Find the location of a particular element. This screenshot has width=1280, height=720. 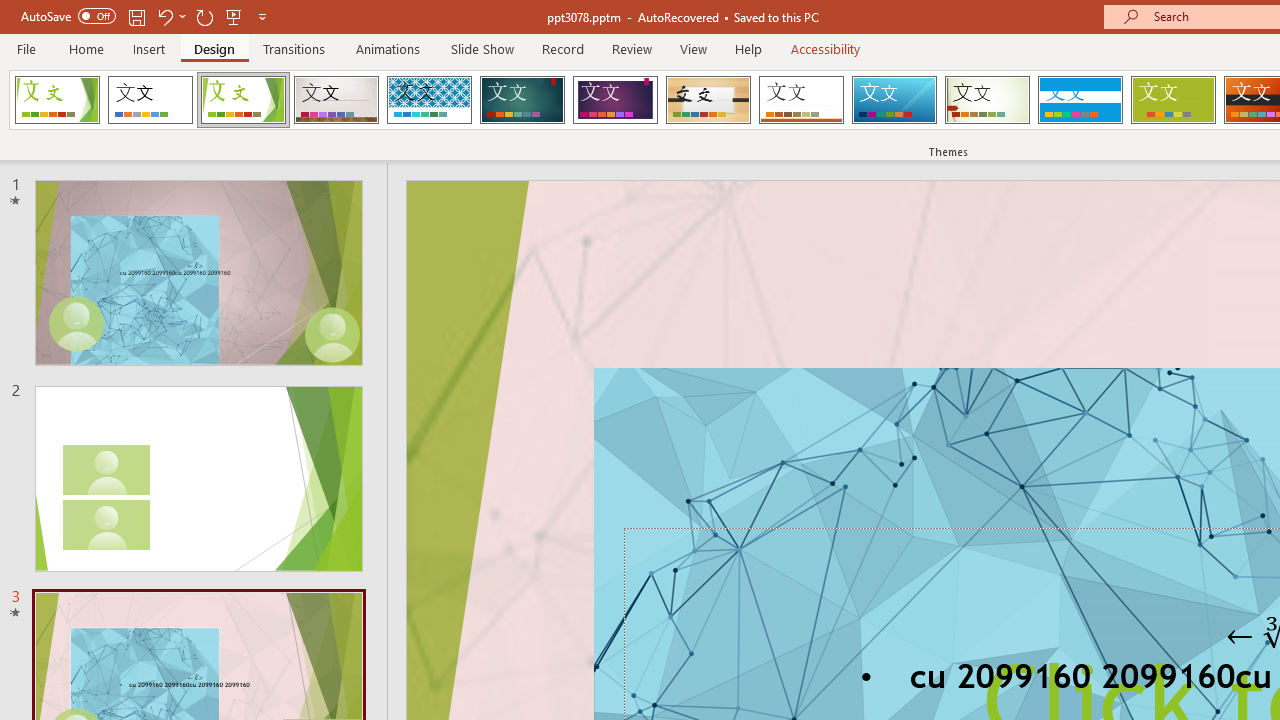

'Gallery' is located at coordinates (336, 100).